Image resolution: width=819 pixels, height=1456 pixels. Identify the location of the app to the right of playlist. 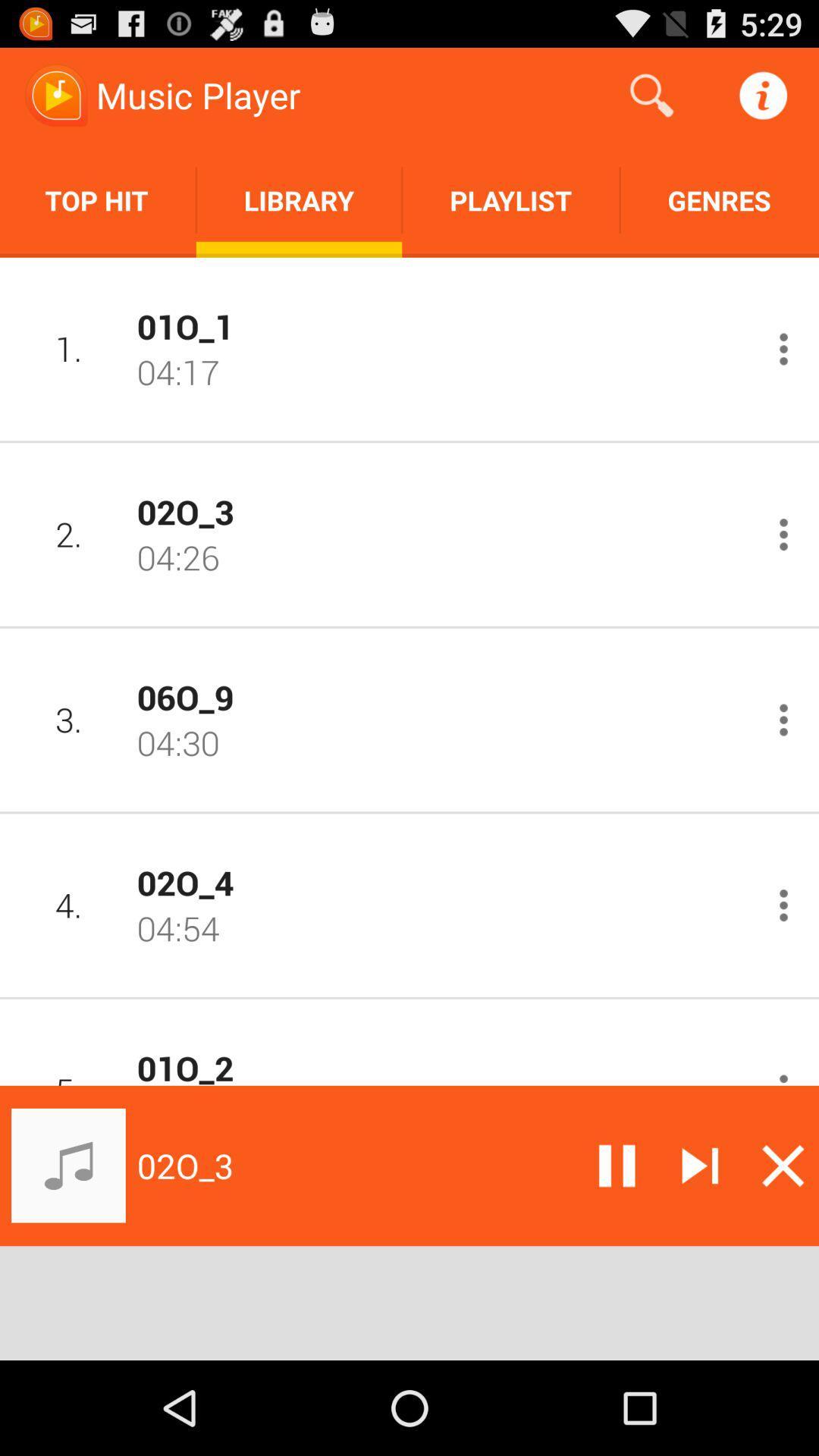
(718, 199).